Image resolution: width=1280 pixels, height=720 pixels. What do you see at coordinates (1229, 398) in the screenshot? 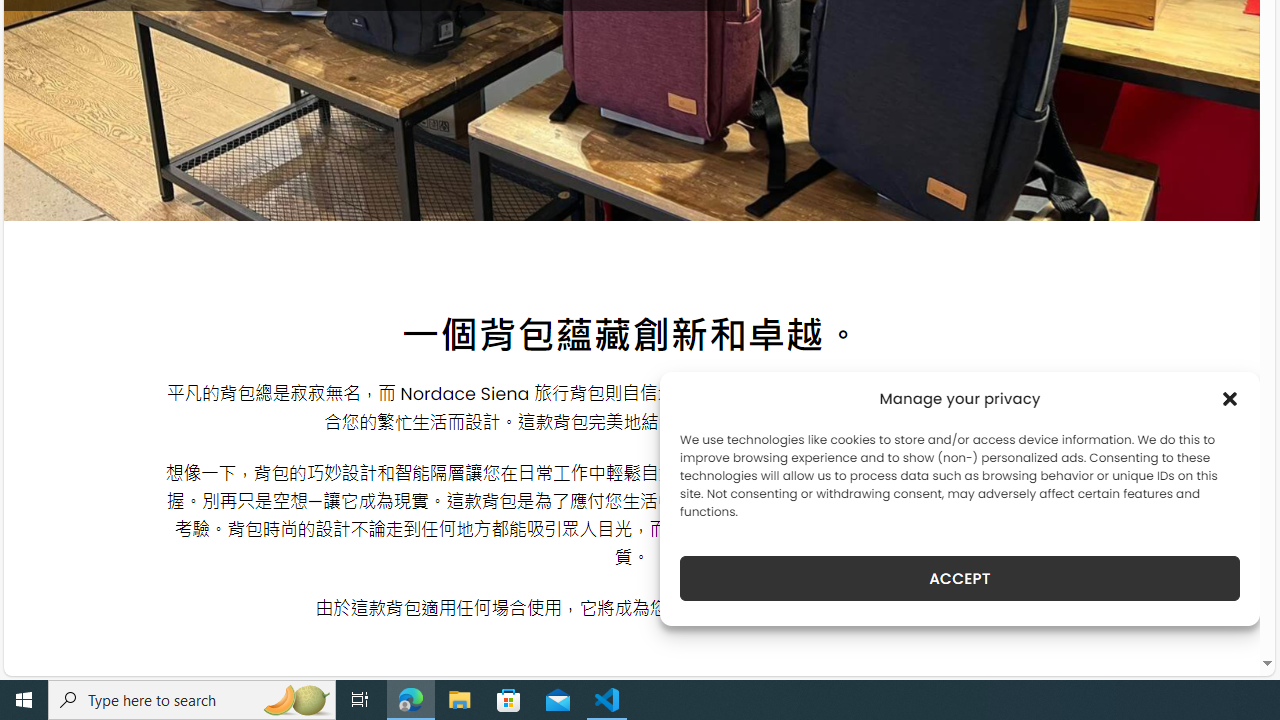
I see `'Class: cmplz-close'` at bounding box center [1229, 398].